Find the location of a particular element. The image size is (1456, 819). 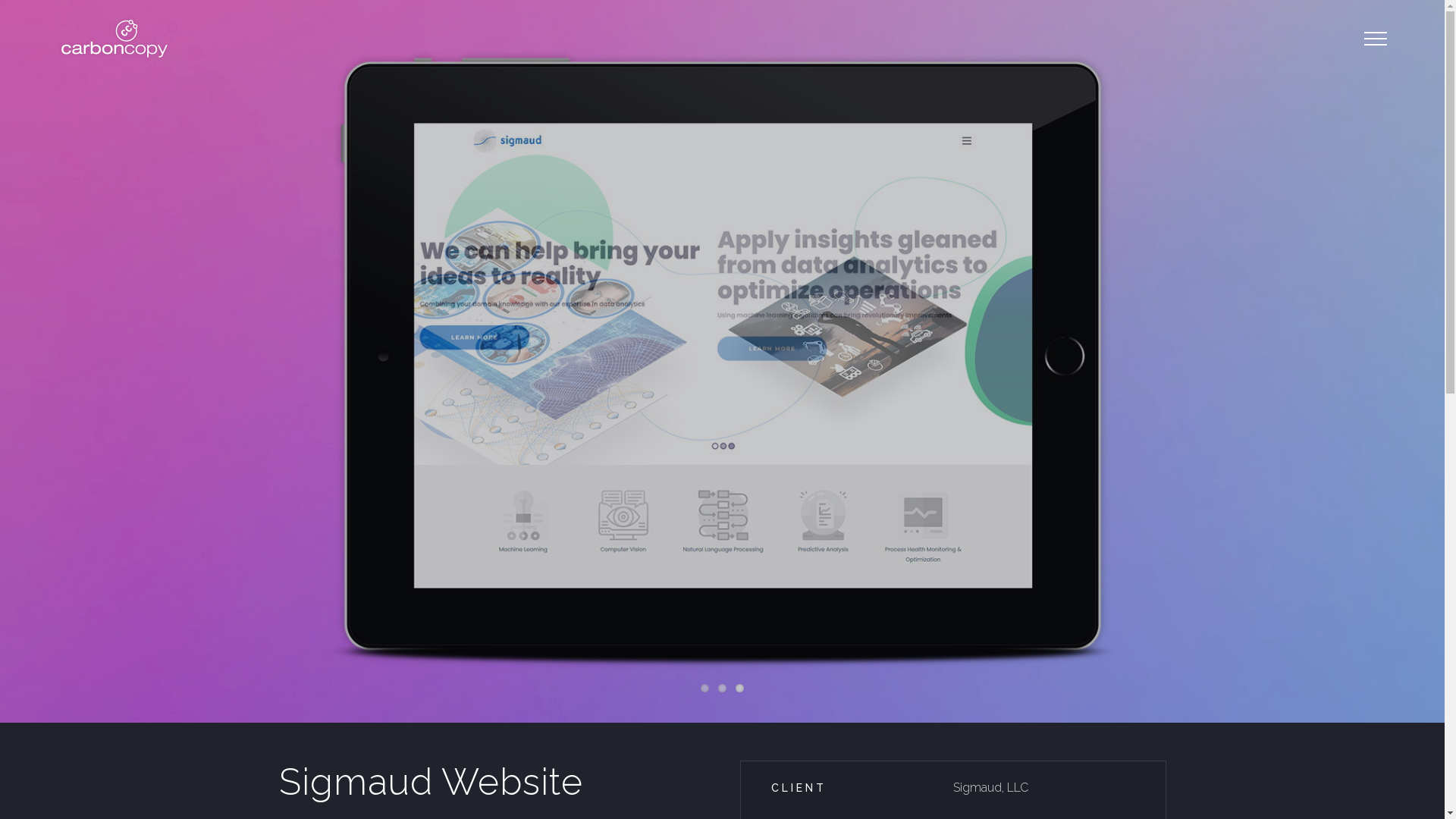

'1' is located at coordinates (704, 688).